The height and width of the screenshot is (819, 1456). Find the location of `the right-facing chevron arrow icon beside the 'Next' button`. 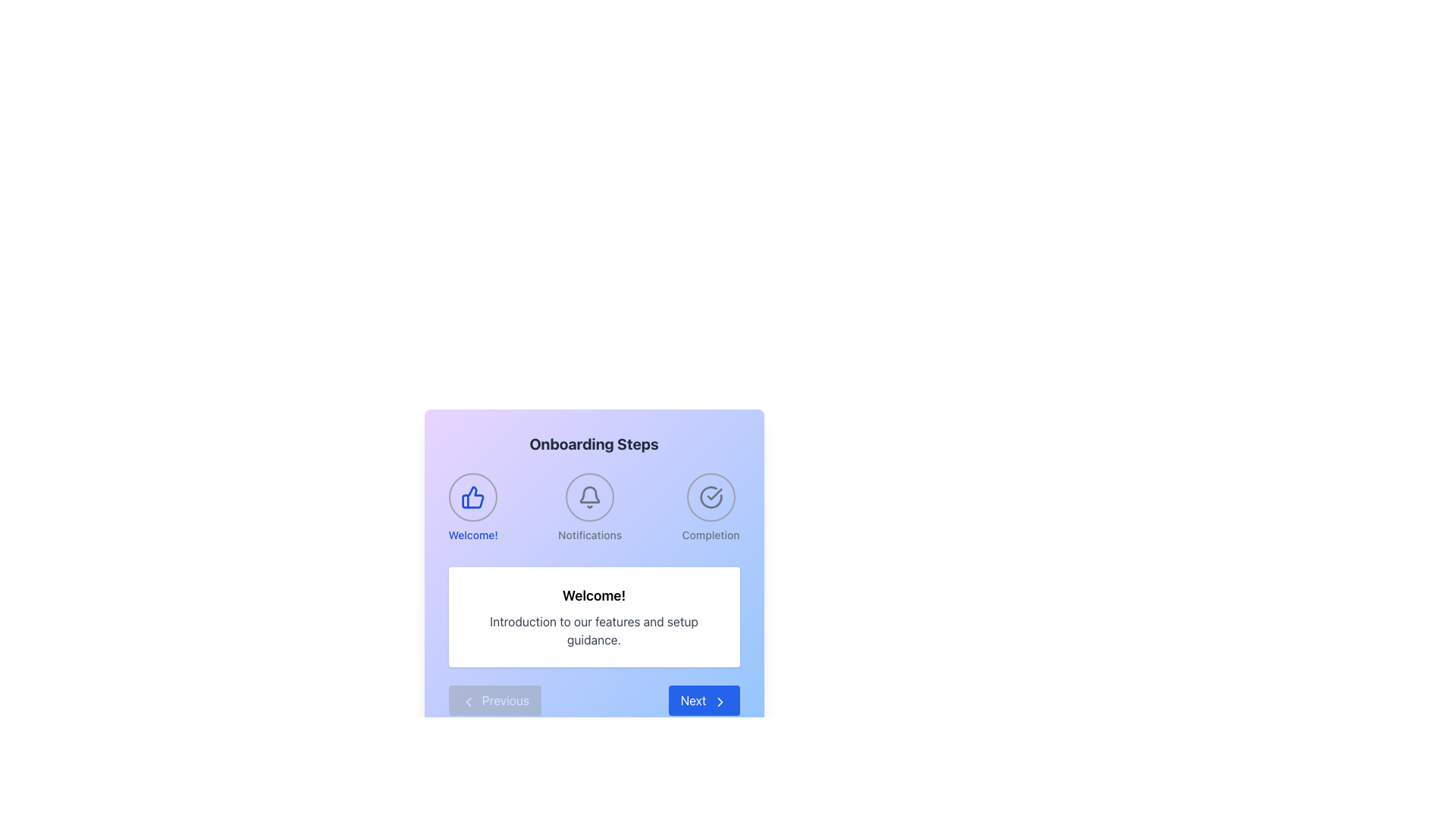

the right-facing chevron arrow icon beside the 'Next' button is located at coordinates (719, 701).